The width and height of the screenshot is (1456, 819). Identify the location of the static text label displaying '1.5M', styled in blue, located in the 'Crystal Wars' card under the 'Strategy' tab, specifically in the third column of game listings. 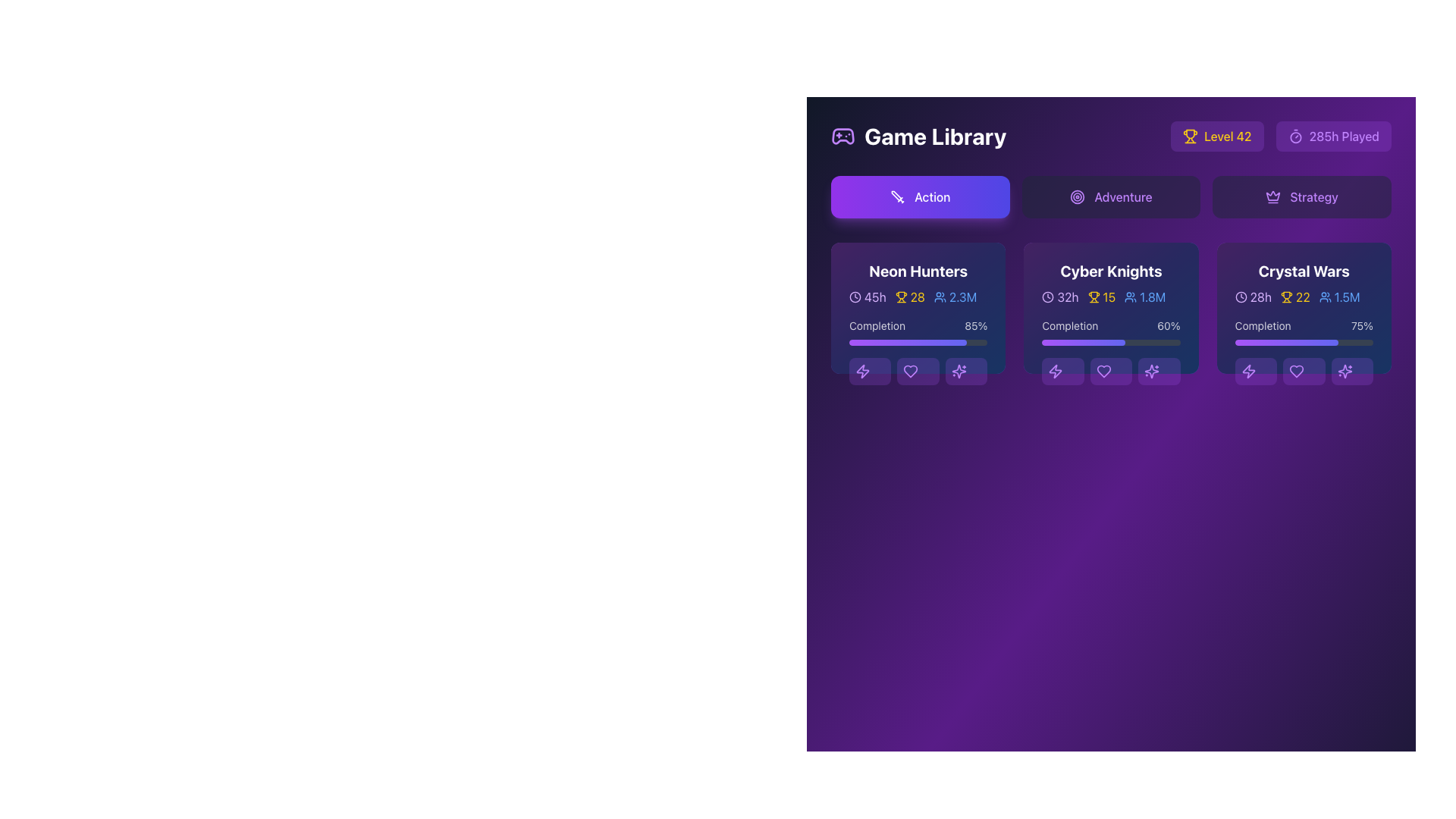
(1347, 297).